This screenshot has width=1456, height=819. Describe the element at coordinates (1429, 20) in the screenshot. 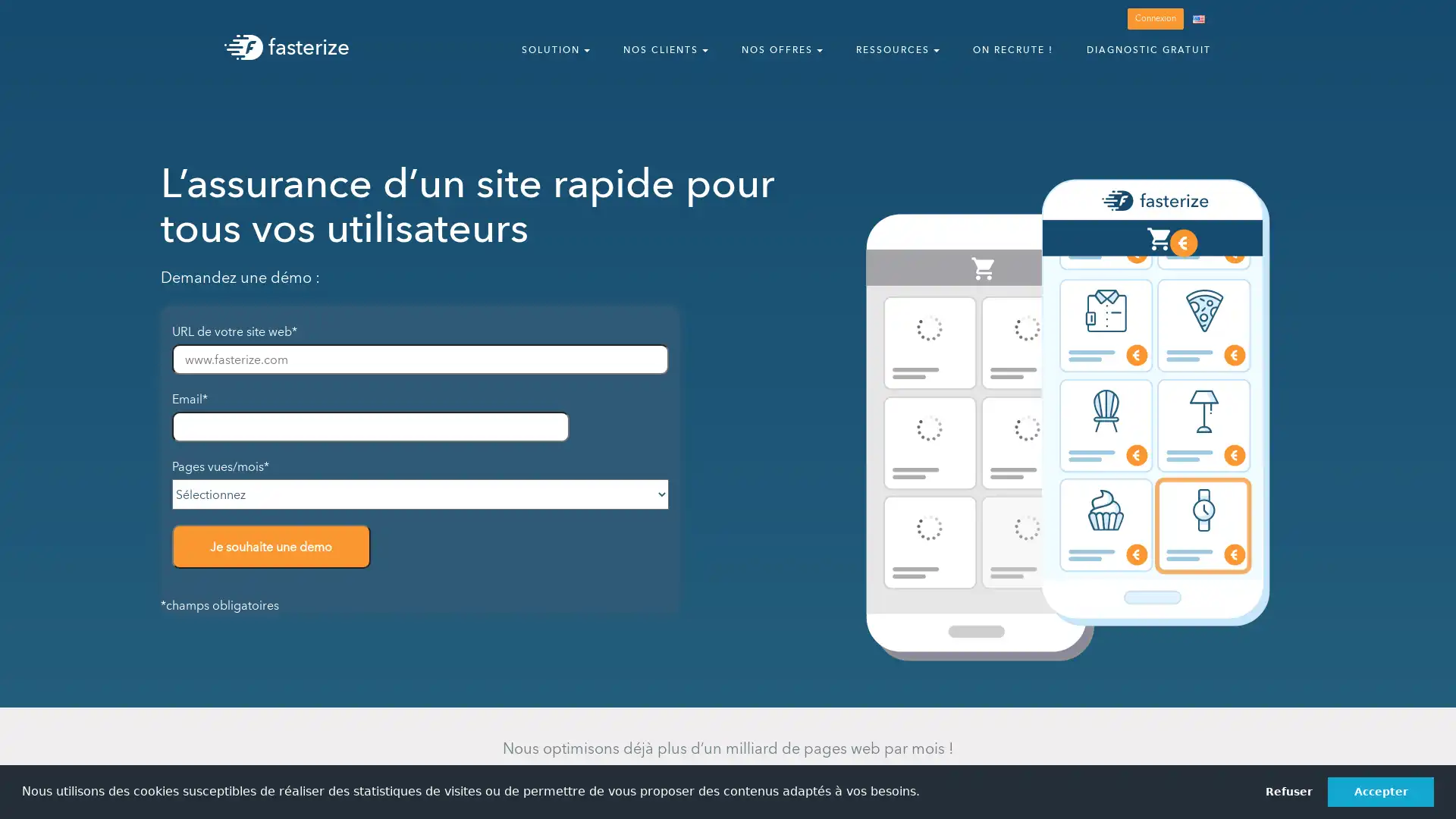

I see `Fermer` at that location.